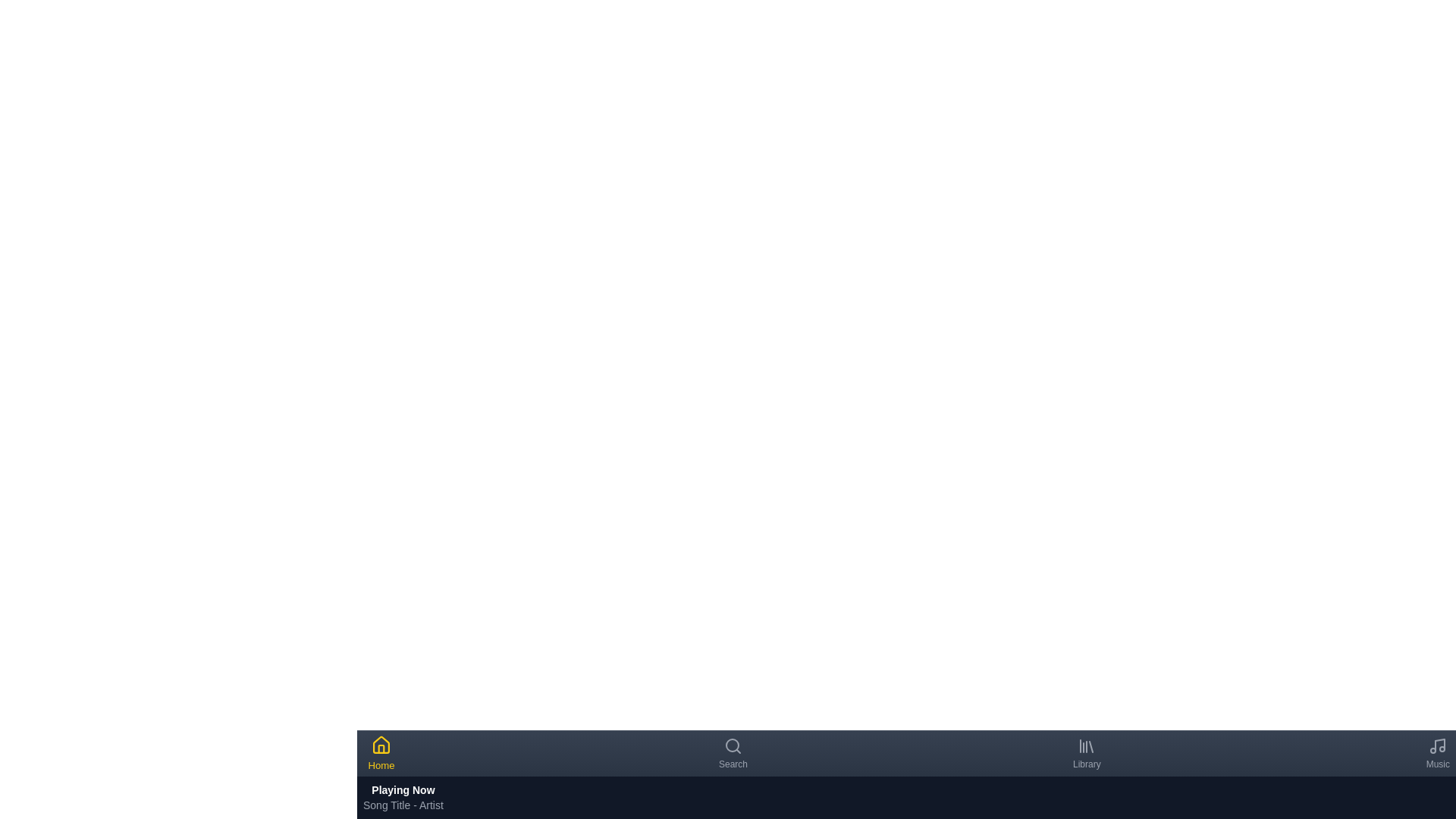 This screenshot has height=819, width=1456. What do you see at coordinates (403, 797) in the screenshot?
I see `the 'Playing Now' section to view the currently playing song details` at bounding box center [403, 797].